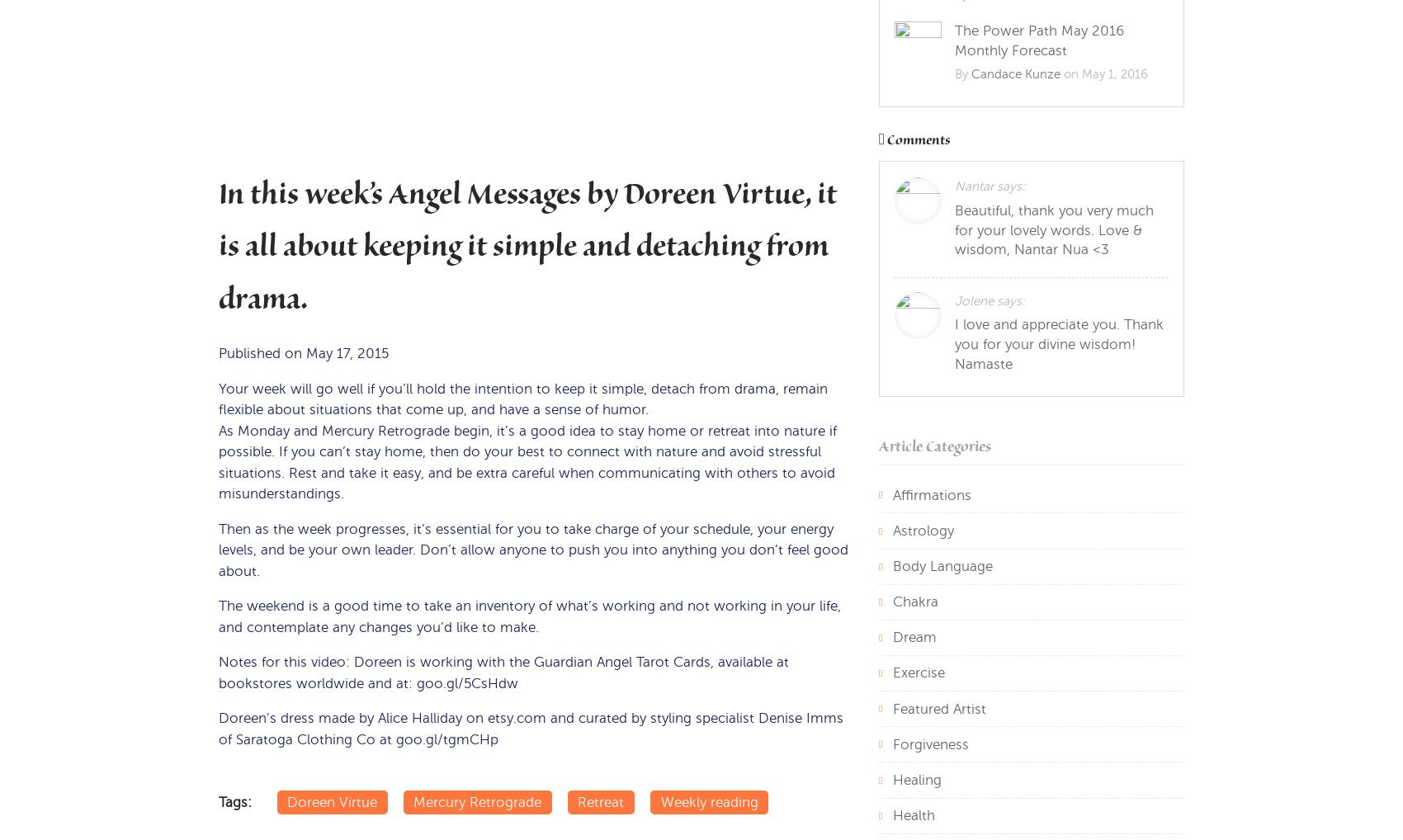  What do you see at coordinates (413, 801) in the screenshot?
I see `'Mercury Retrograde'` at bounding box center [413, 801].